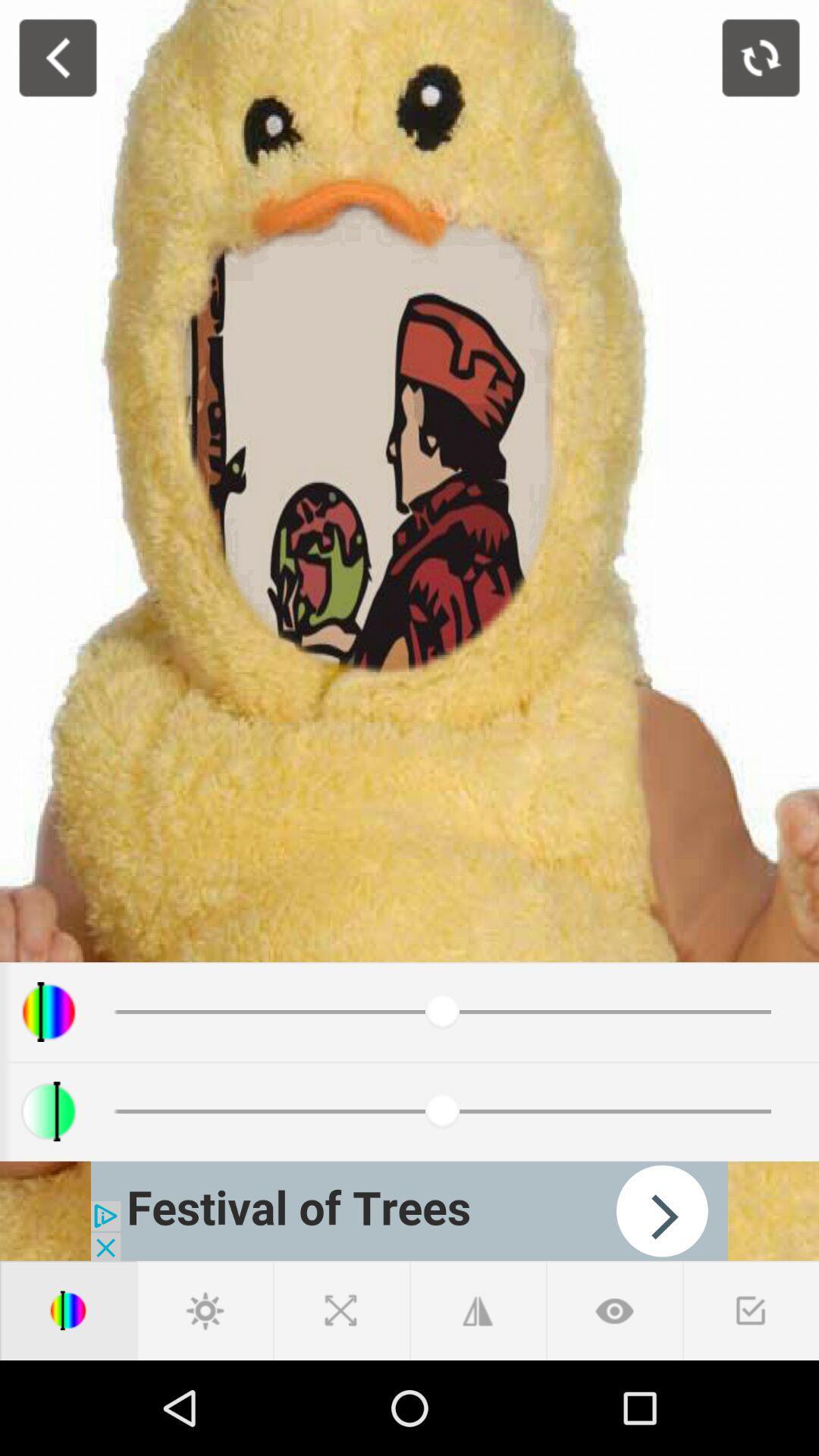  I want to click on the refresh icon, so click(761, 58).